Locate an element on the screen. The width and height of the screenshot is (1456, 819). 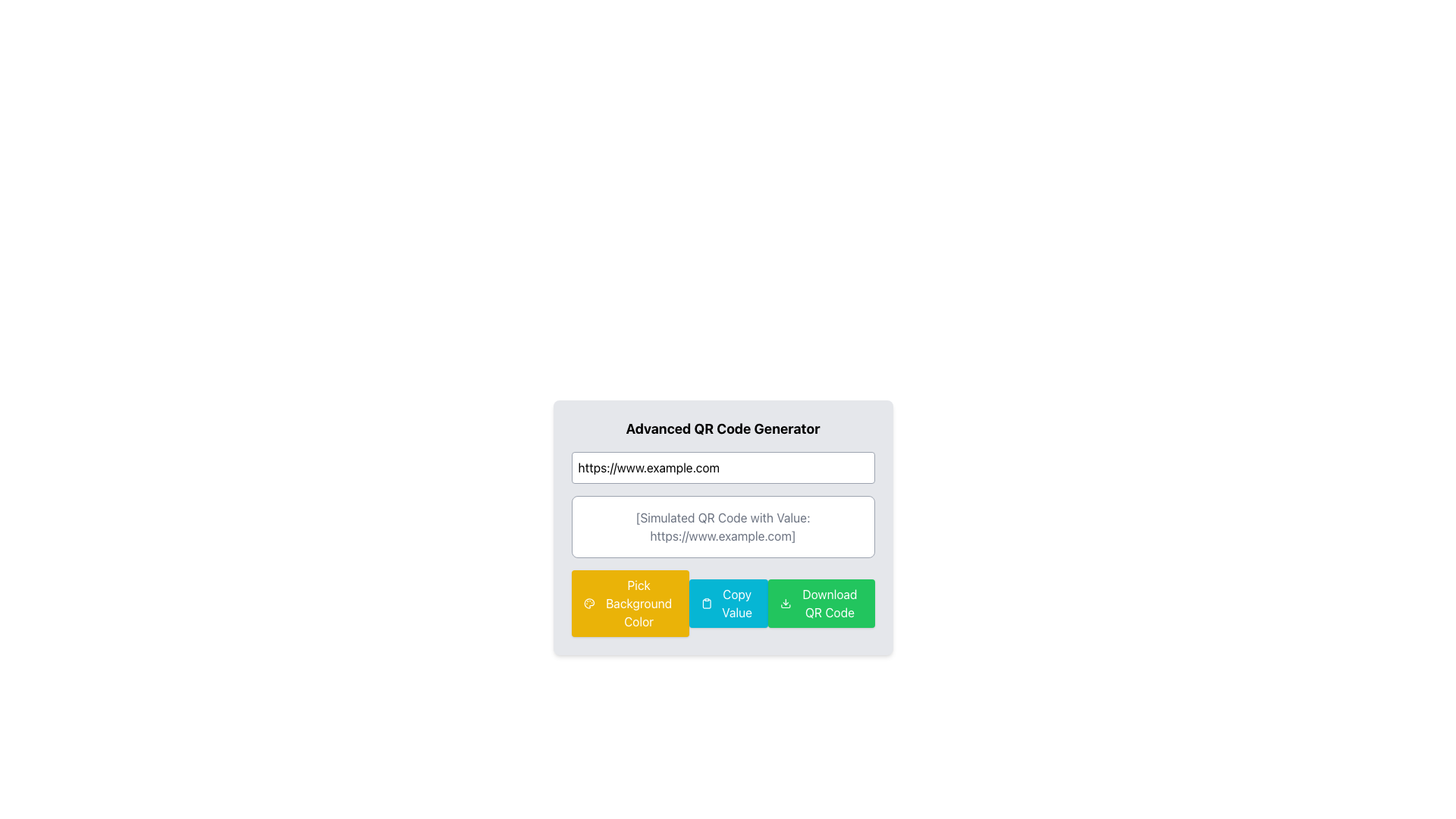
the icon that represents the action of picking or setting a background color, located at the start of the yellow button labeled 'Pick Background Color' is located at coordinates (588, 602).